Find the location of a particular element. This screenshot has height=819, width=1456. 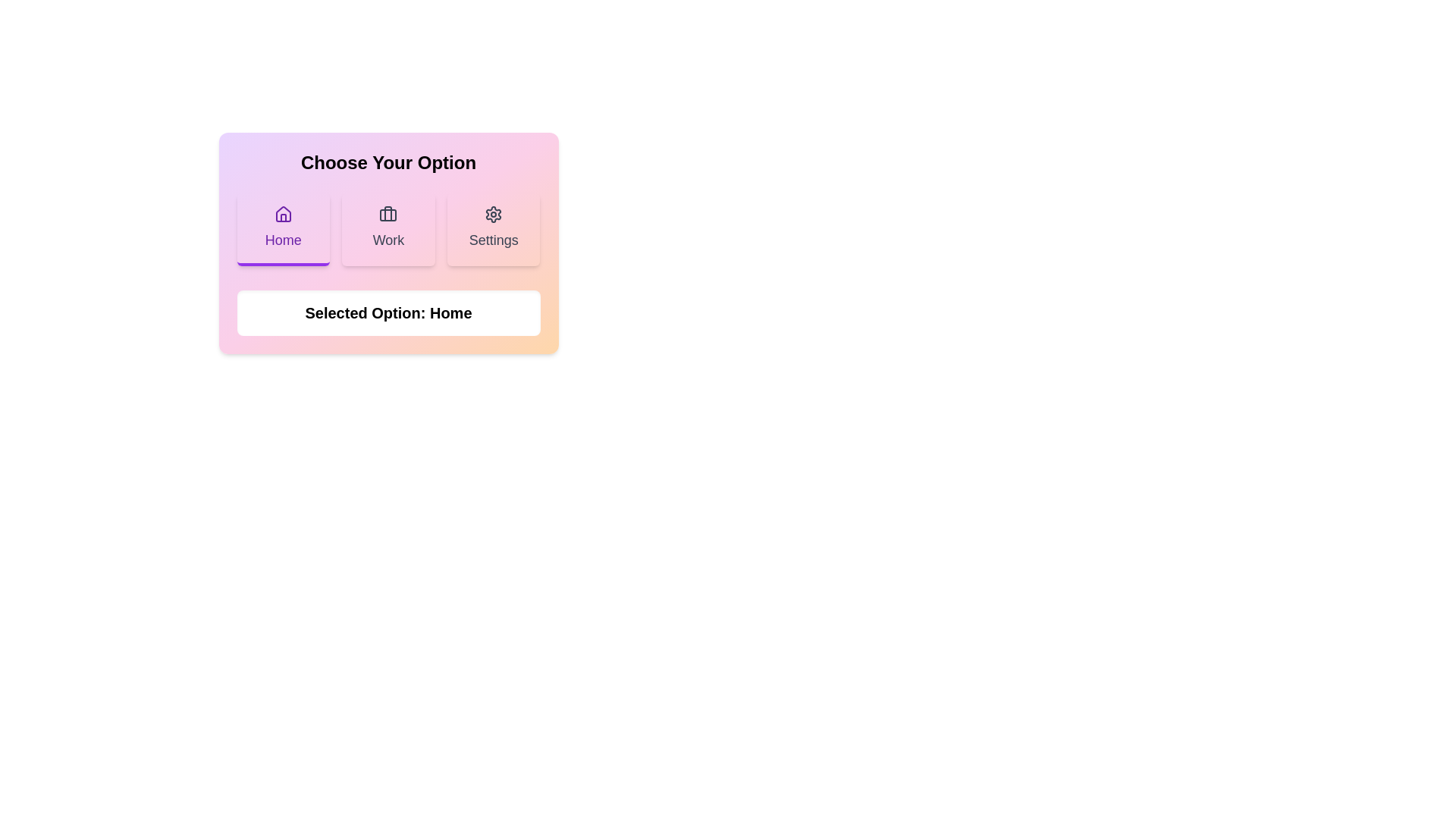

text label 'Settings' which is displayed in a bold typeface beneath a gear icon within the card layout of the settings option is located at coordinates (494, 239).